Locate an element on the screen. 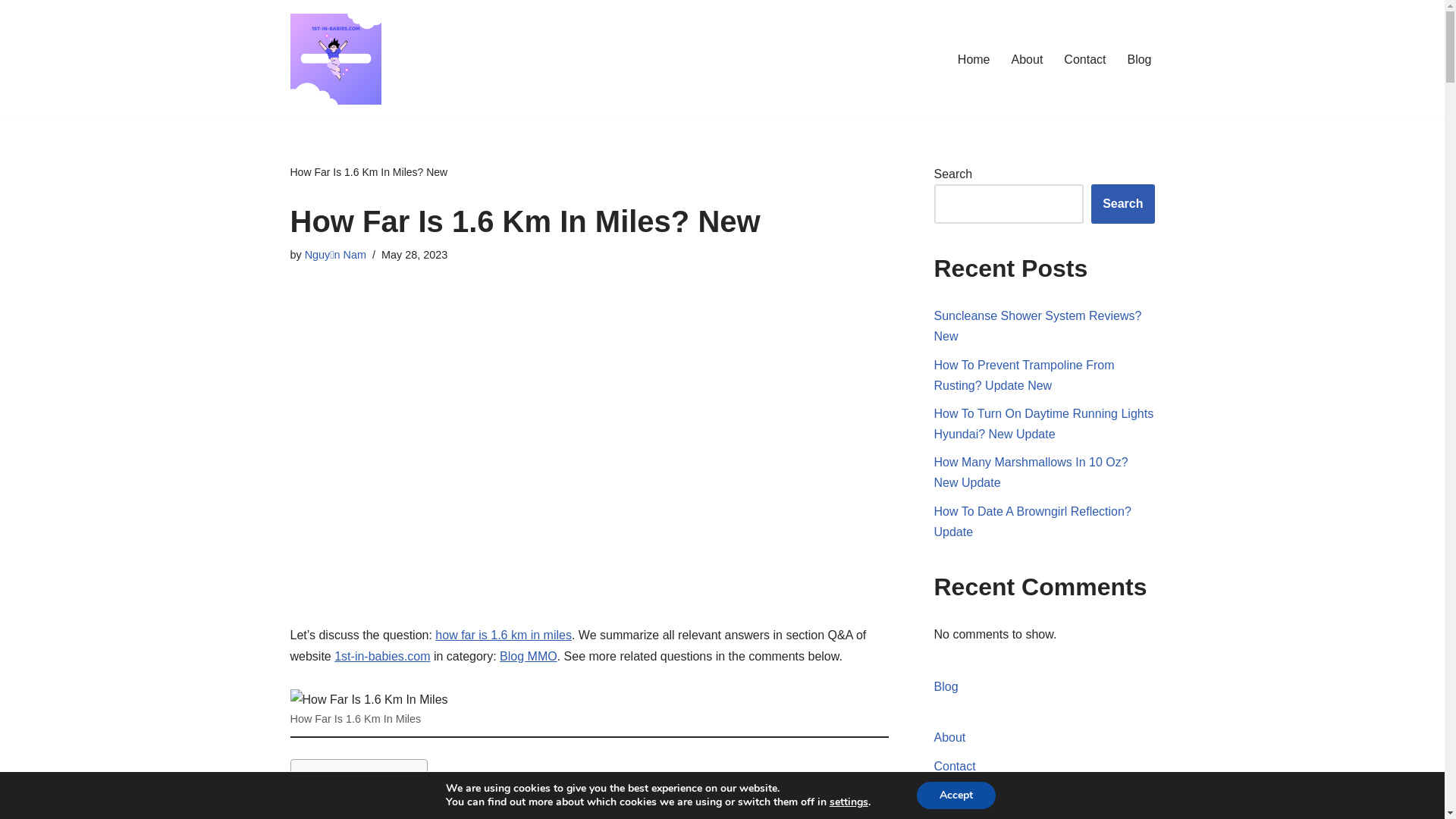 The image size is (1456, 819). '1st-in-babies.com' is located at coordinates (382, 655).